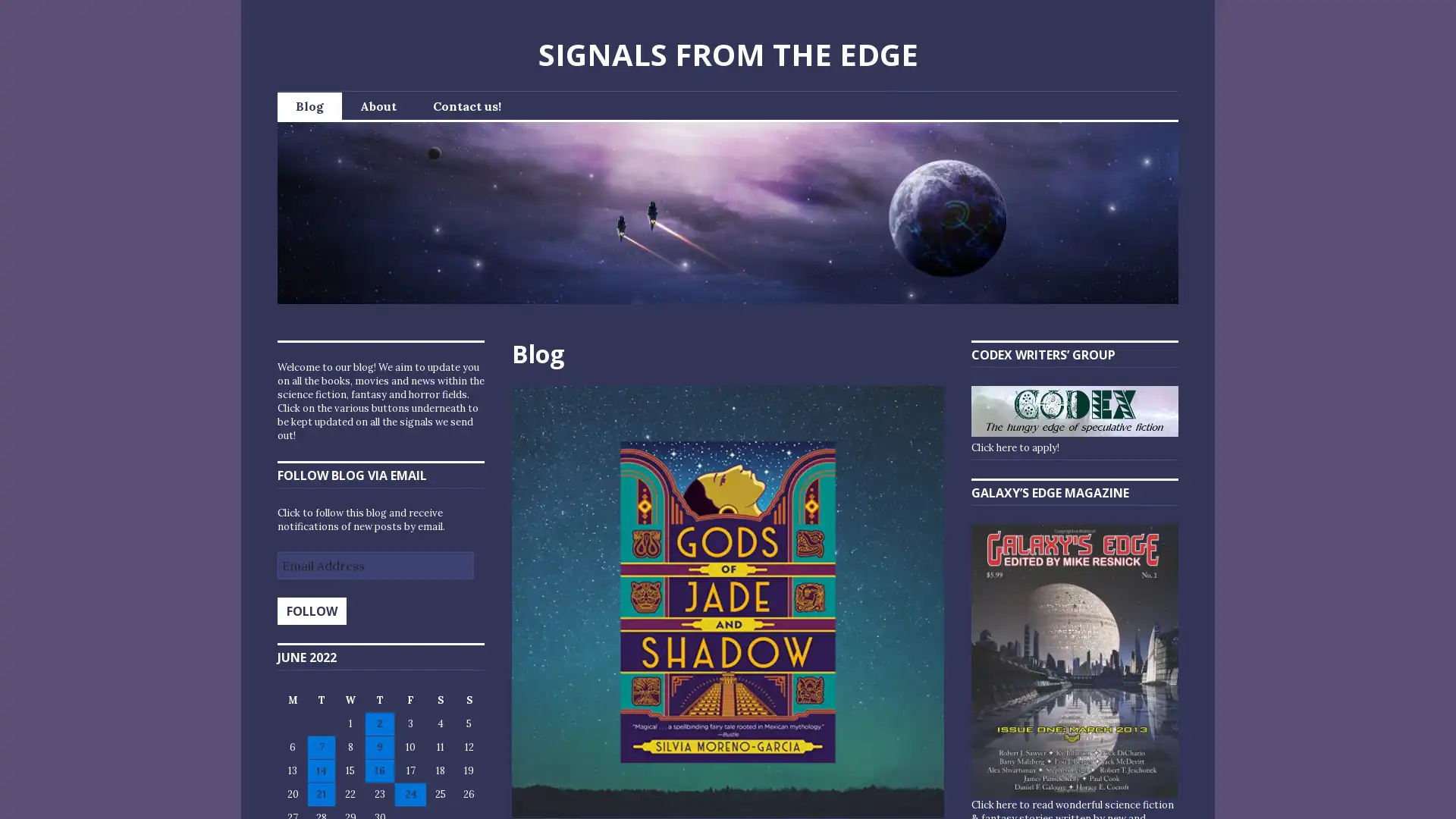 The height and width of the screenshot is (819, 1456). Describe the element at coordinates (311, 610) in the screenshot. I see `FOLLOW` at that location.